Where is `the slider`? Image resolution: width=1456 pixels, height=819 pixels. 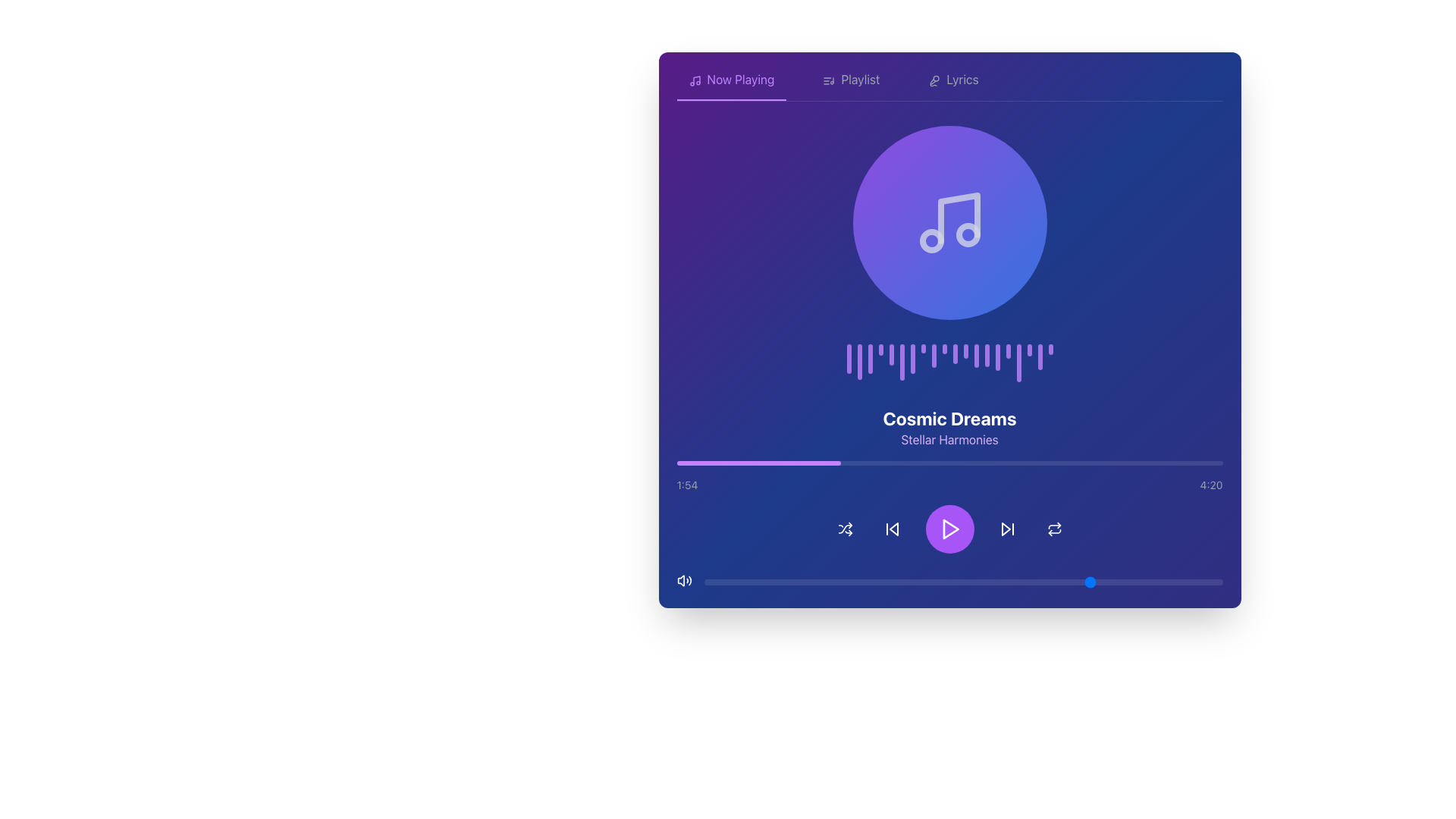 the slider is located at coordinates (921, 581).